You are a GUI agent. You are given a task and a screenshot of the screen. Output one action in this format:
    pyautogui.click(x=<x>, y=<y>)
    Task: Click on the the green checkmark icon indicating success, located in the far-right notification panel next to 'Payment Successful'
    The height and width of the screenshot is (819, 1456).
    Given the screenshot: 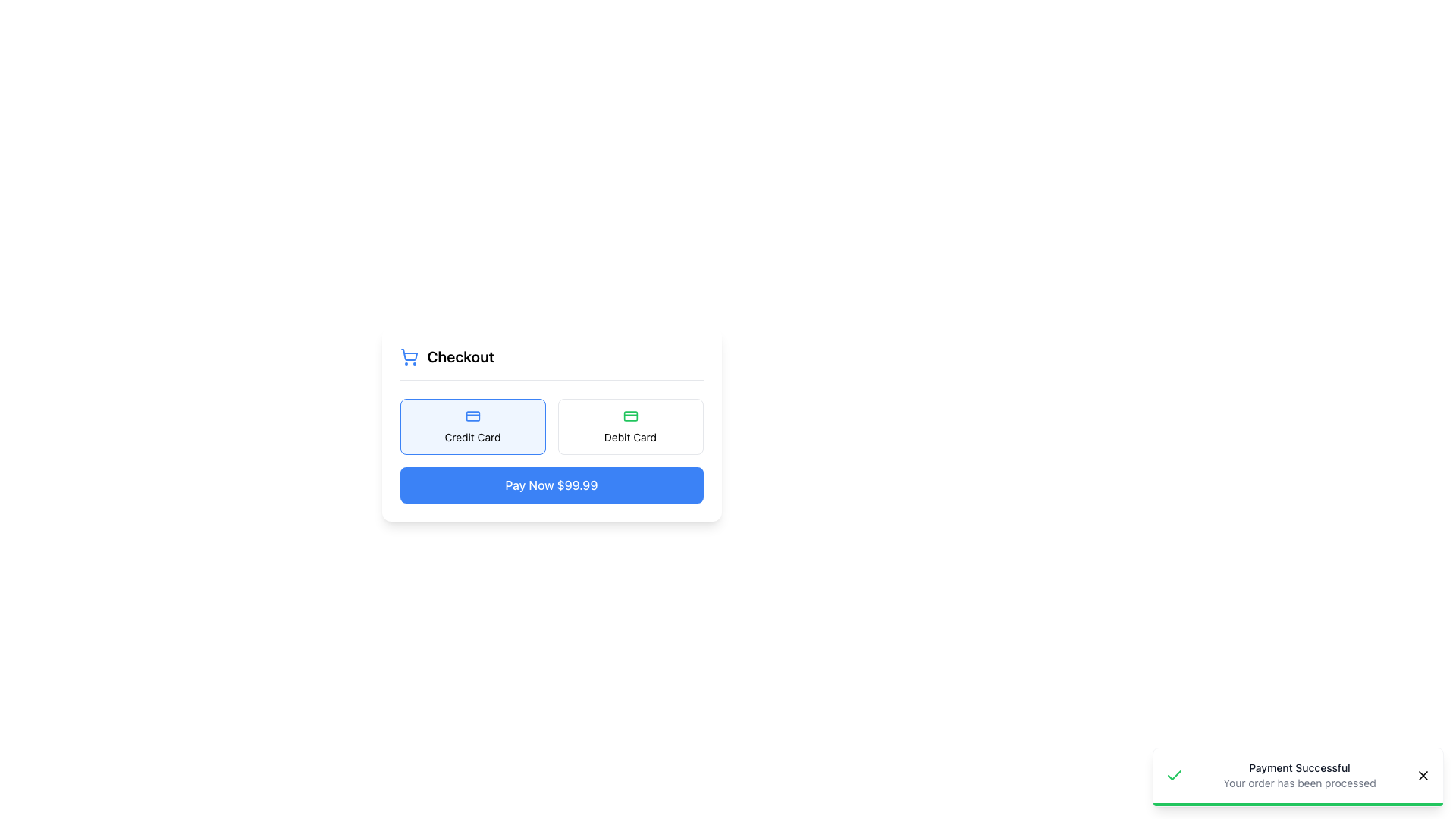 What is the action you would take?
    pyautogui.click(x=1174, y=775)
    